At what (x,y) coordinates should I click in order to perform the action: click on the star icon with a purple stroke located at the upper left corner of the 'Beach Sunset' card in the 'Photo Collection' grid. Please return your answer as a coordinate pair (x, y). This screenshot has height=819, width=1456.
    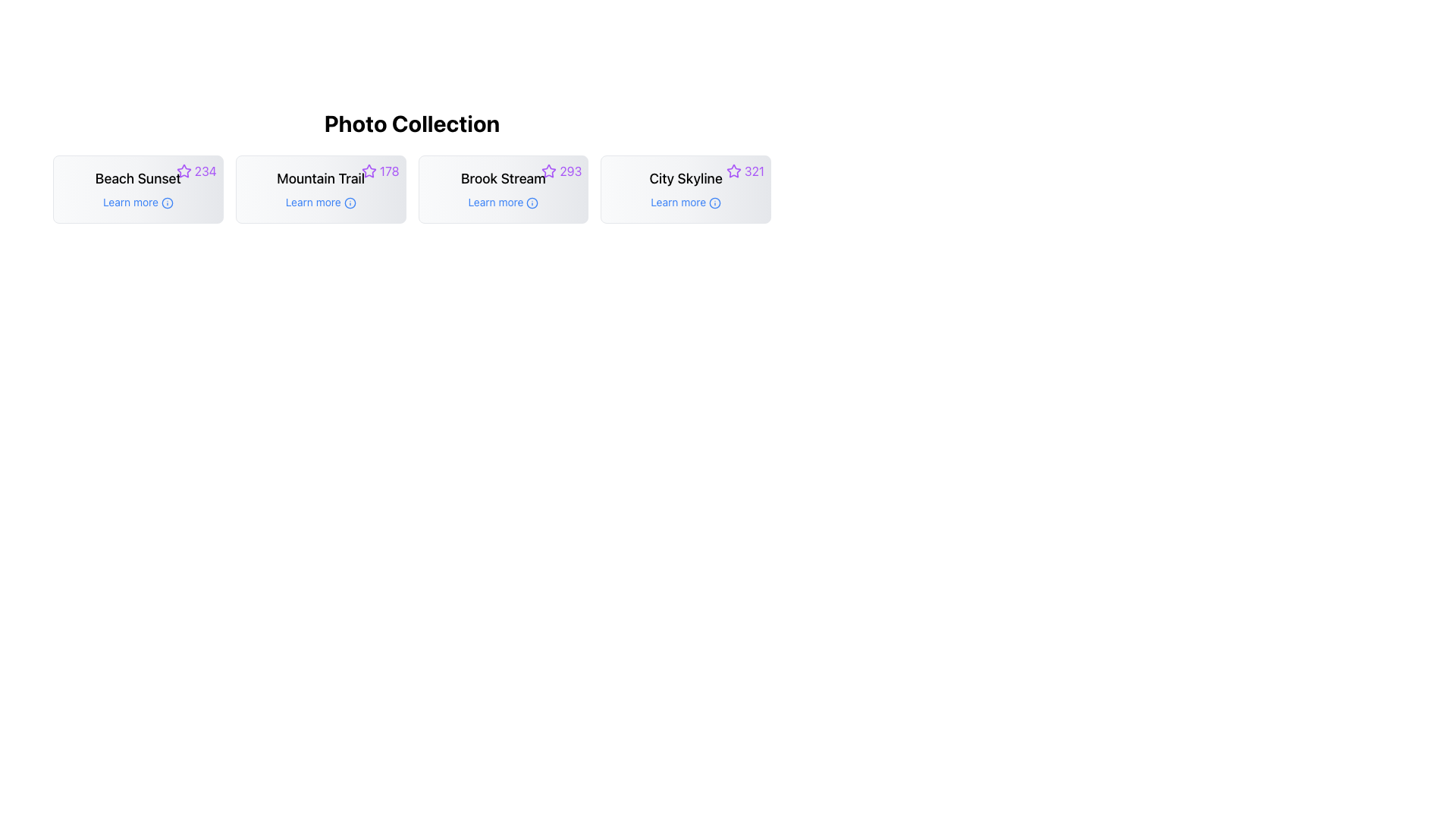
    Looking at the image, I should click on (183, 171).